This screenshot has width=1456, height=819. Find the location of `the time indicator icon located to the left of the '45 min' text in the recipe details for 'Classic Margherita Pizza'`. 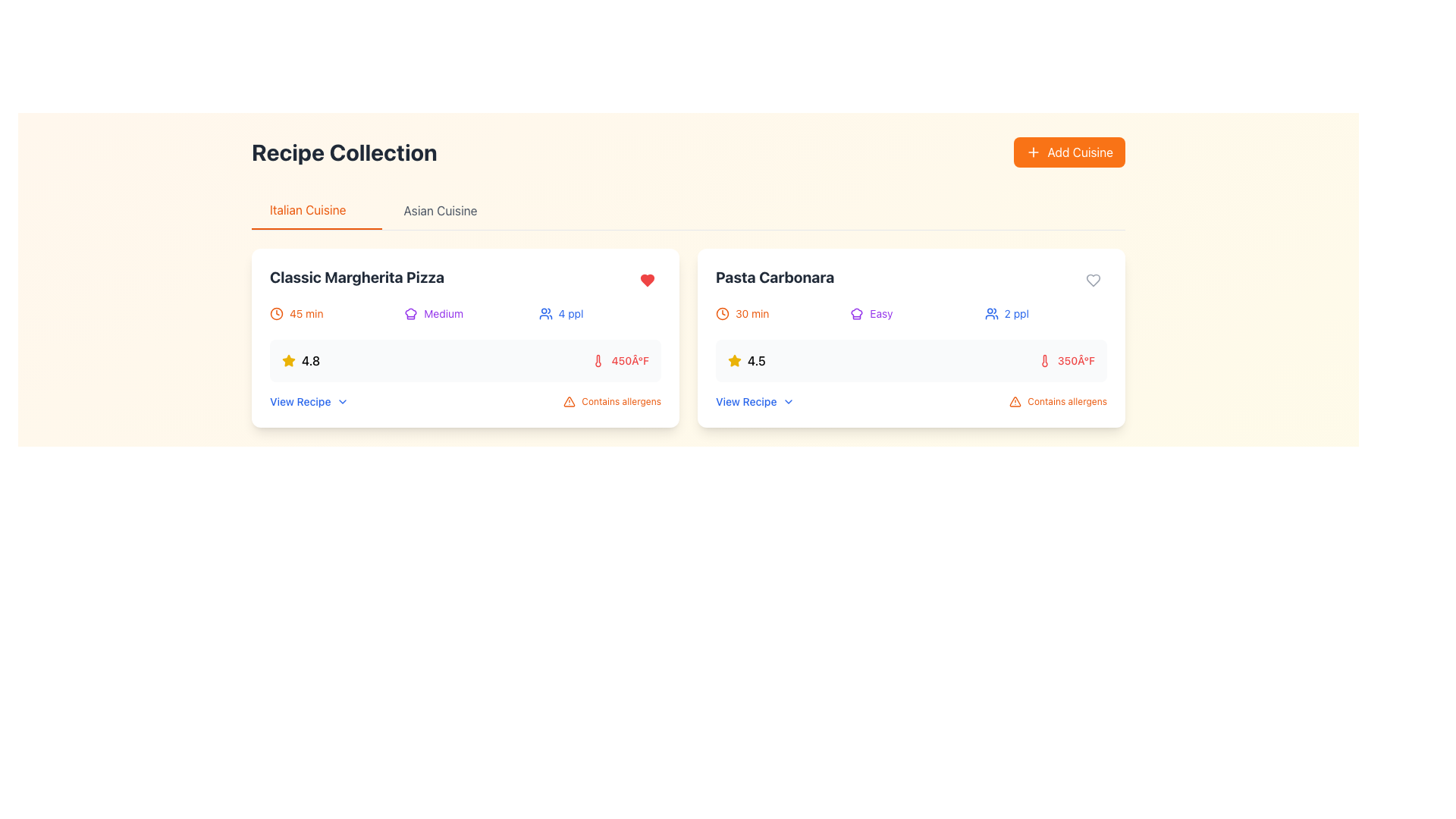

the time indicator icon located to the left of the '45 min' text in the recipe details for 'Classic Margherita Pizza' is located at coordinates (276, 312).